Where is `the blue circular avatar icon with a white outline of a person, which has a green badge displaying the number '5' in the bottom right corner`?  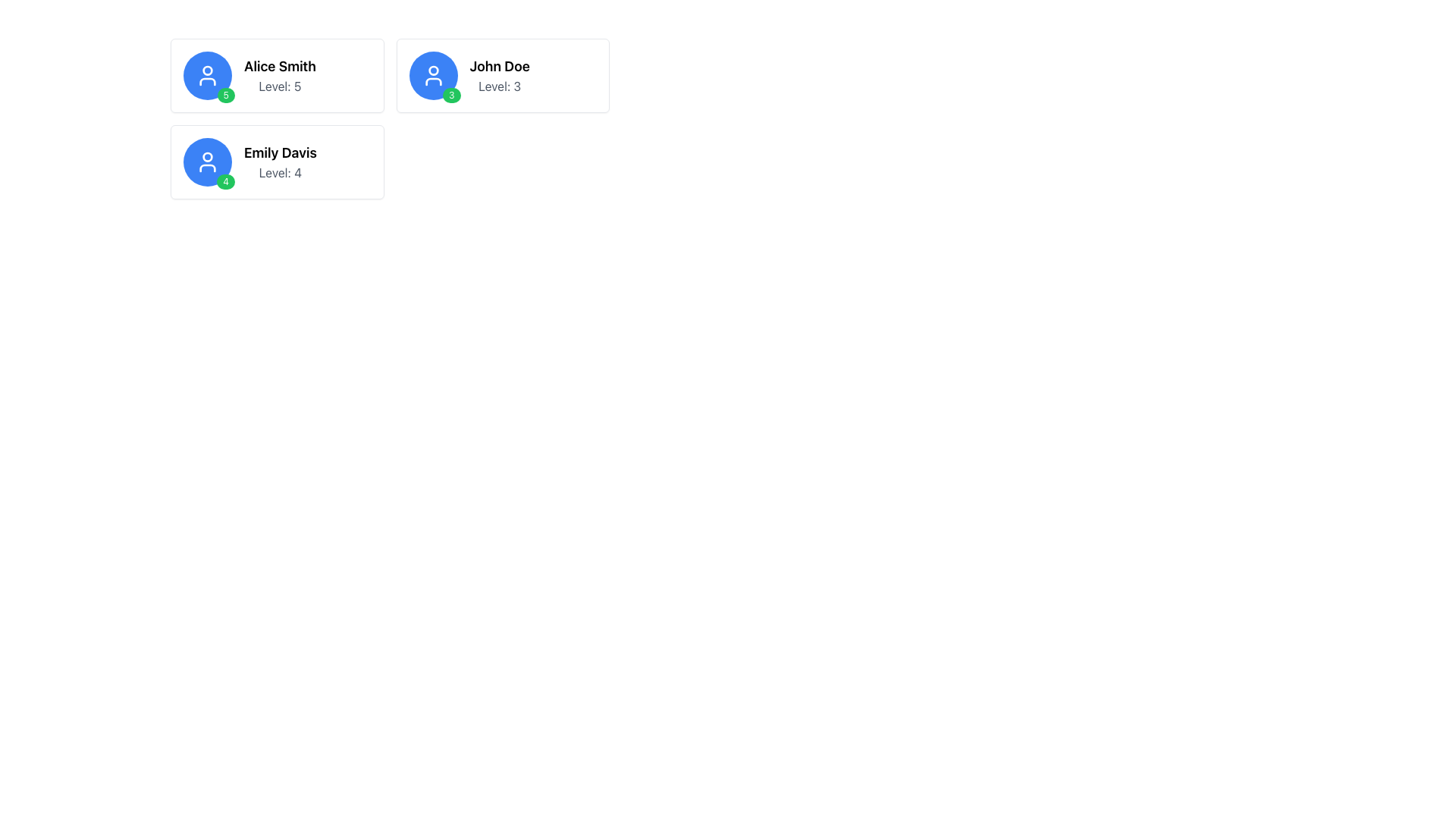
the blue circular avatar icon with a white outline of a person, which has a green badge displaying the number '5' in the bottom right corner is located at coordinates (206, 76).